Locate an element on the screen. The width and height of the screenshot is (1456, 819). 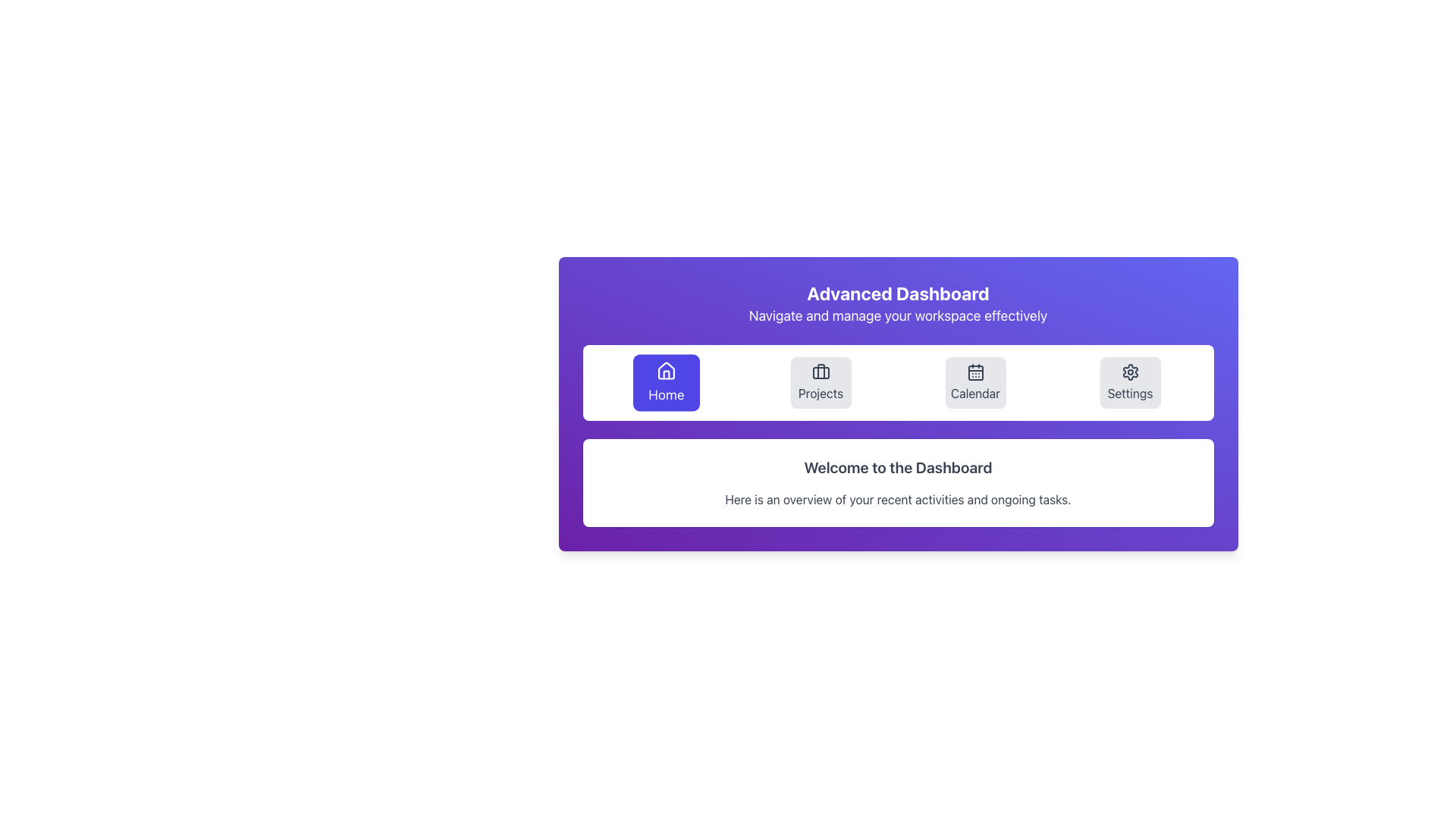
the 'Settings' label text, which is displayed in a standard sans-serif font and located below a gear icon in a horizontal menu bar with a light gray background is located at coordinates (1130, 393).